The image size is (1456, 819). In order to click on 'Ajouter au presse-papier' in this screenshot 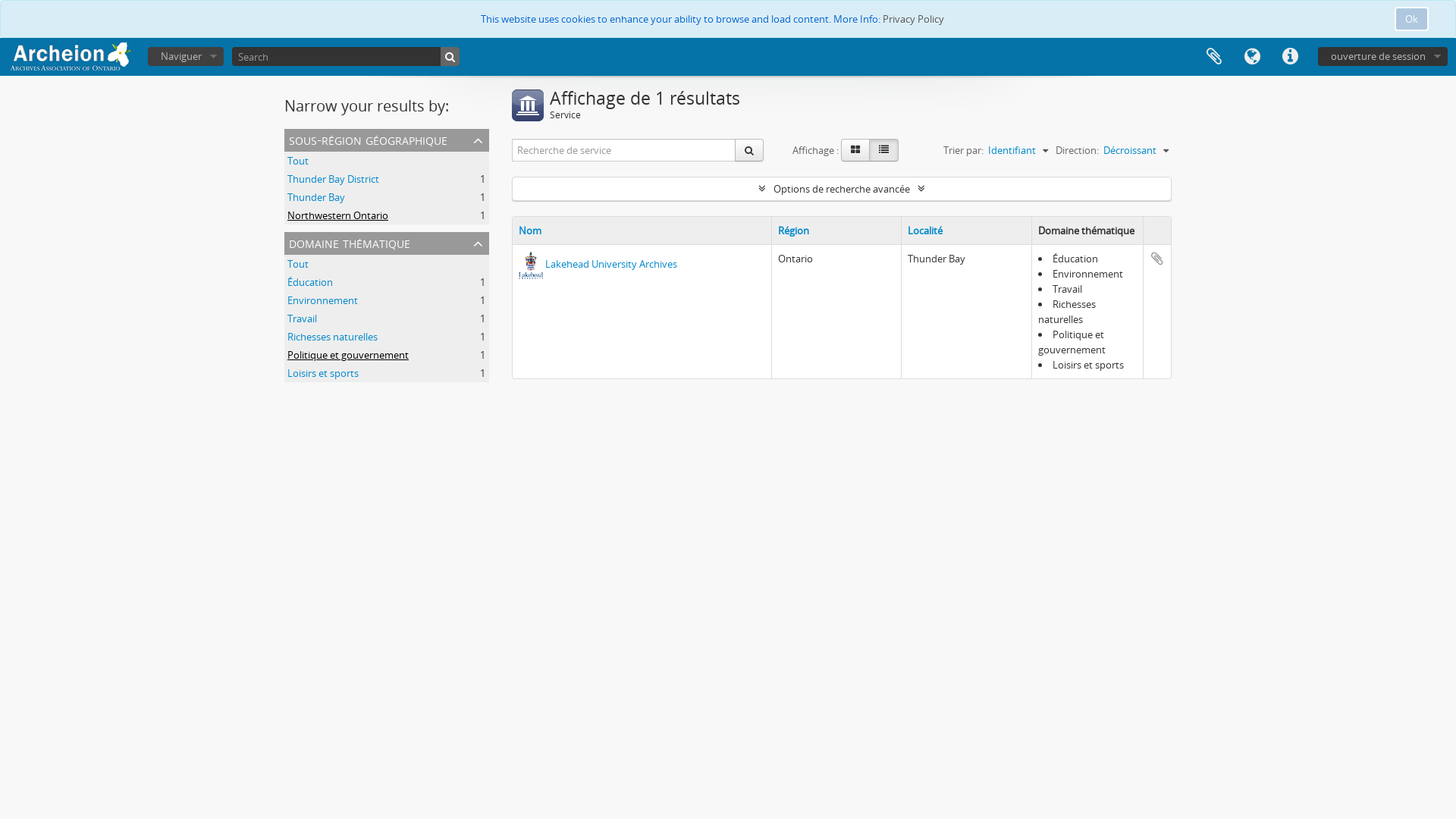, I will do `click(1156, 257)`.